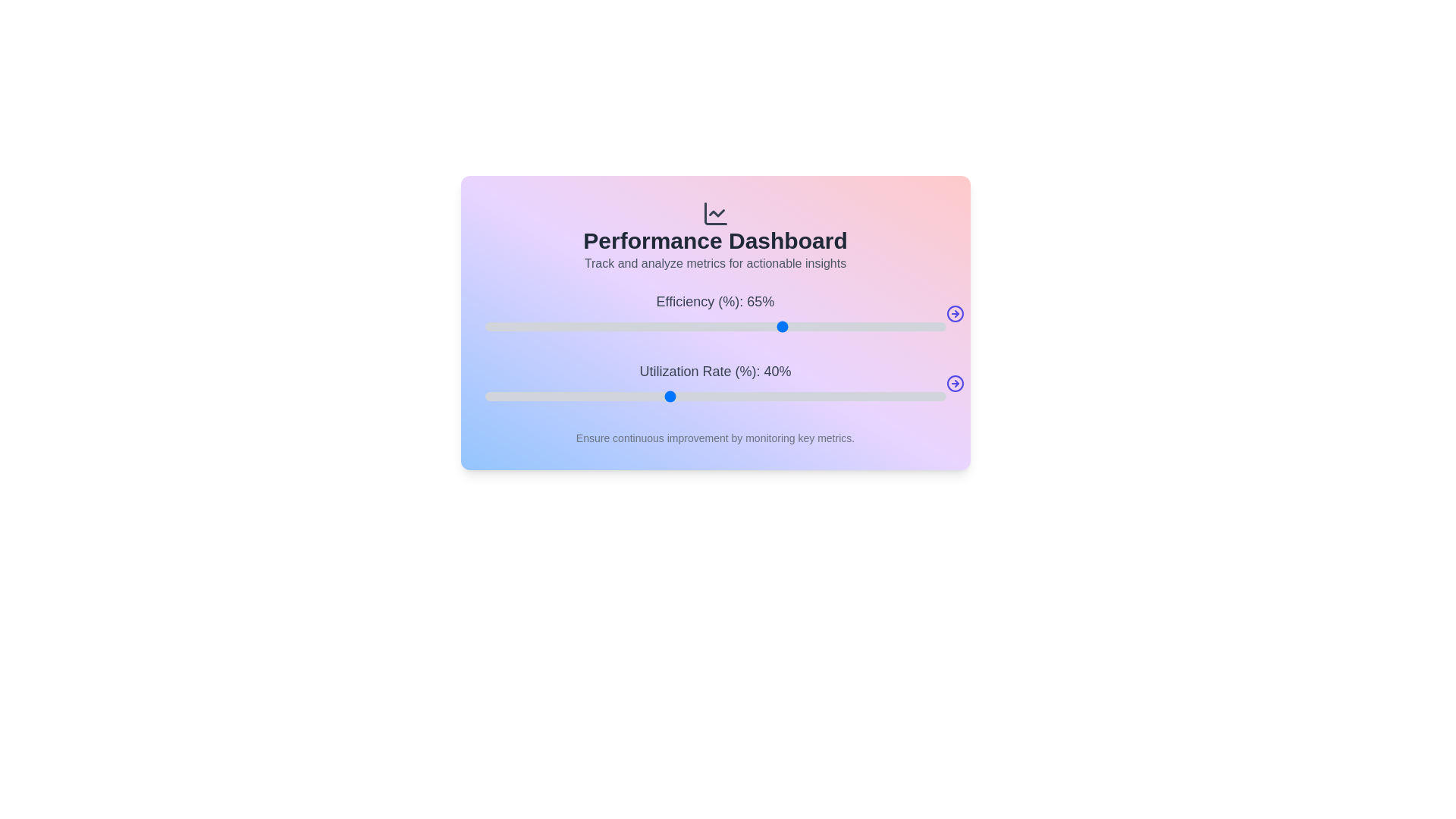 This screenshot has width=1456, height=819. I want to click on arrow icon next to the Efficiency slider to display its current value, so click(954, 312).